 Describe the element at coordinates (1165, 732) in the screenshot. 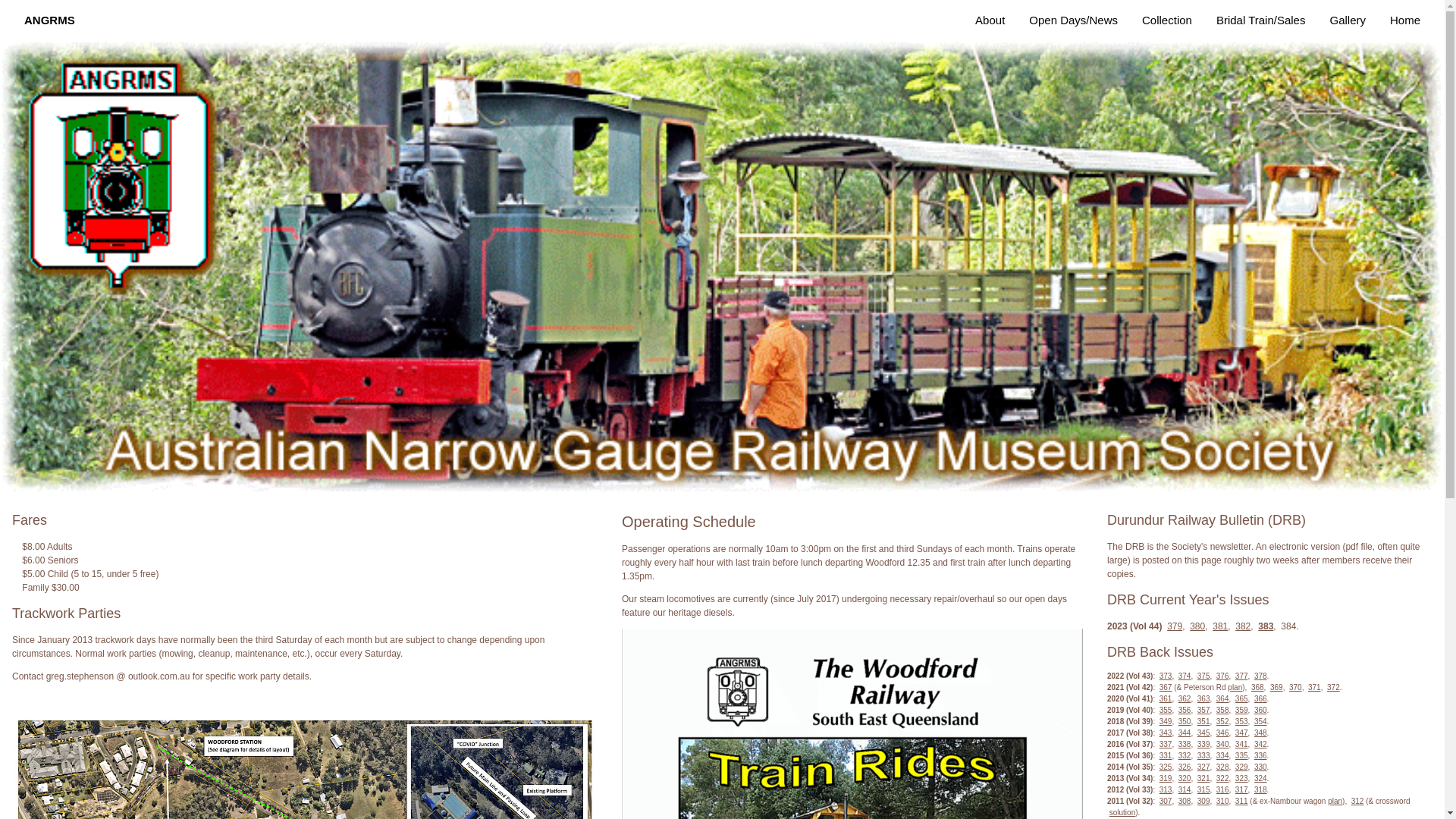

I see `'343'` at that location.